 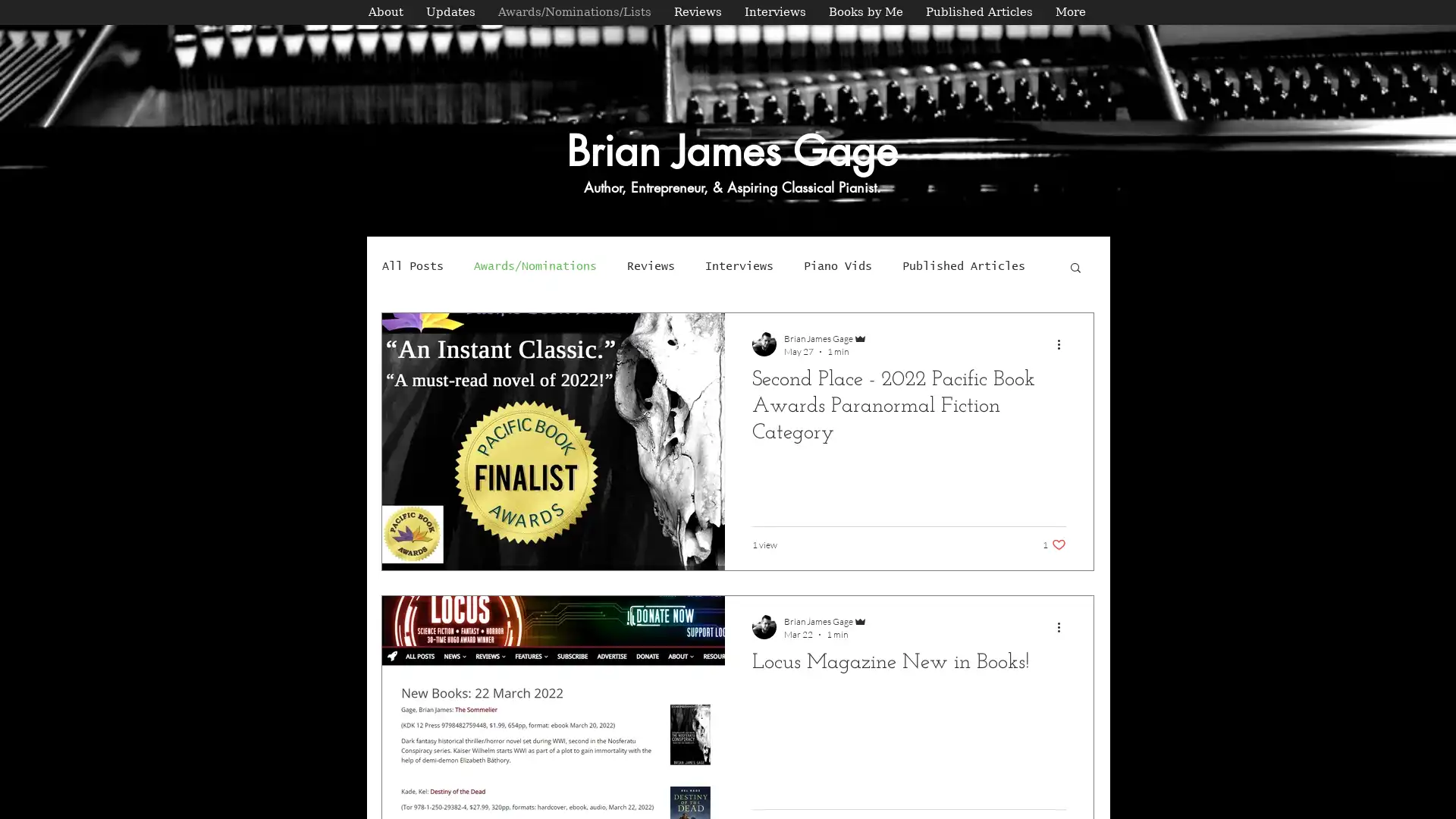 I want to click on Search, so click(x=1075, y=268).